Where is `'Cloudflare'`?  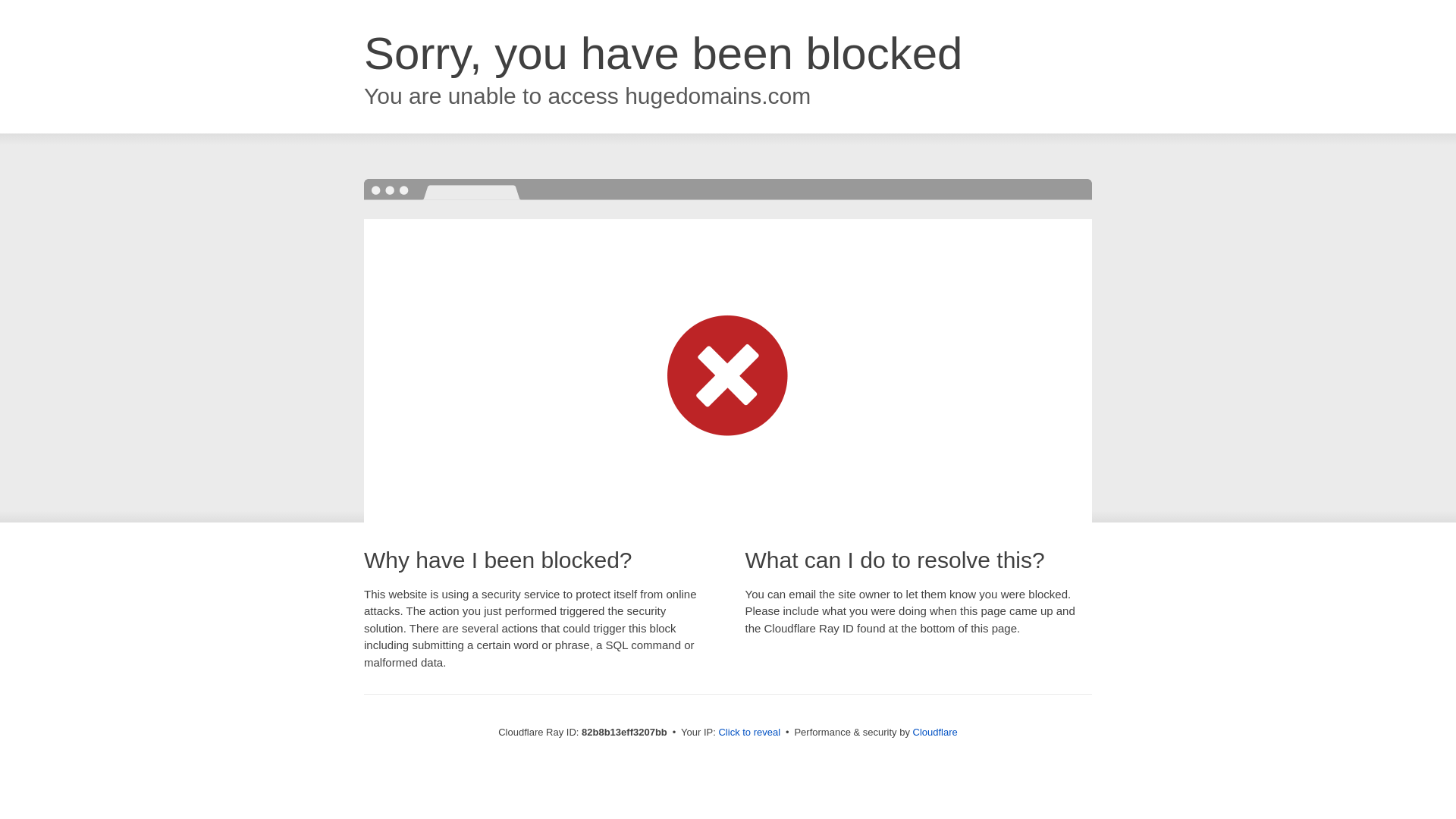 'Cloudflare' is located at coordinates (934, 731).